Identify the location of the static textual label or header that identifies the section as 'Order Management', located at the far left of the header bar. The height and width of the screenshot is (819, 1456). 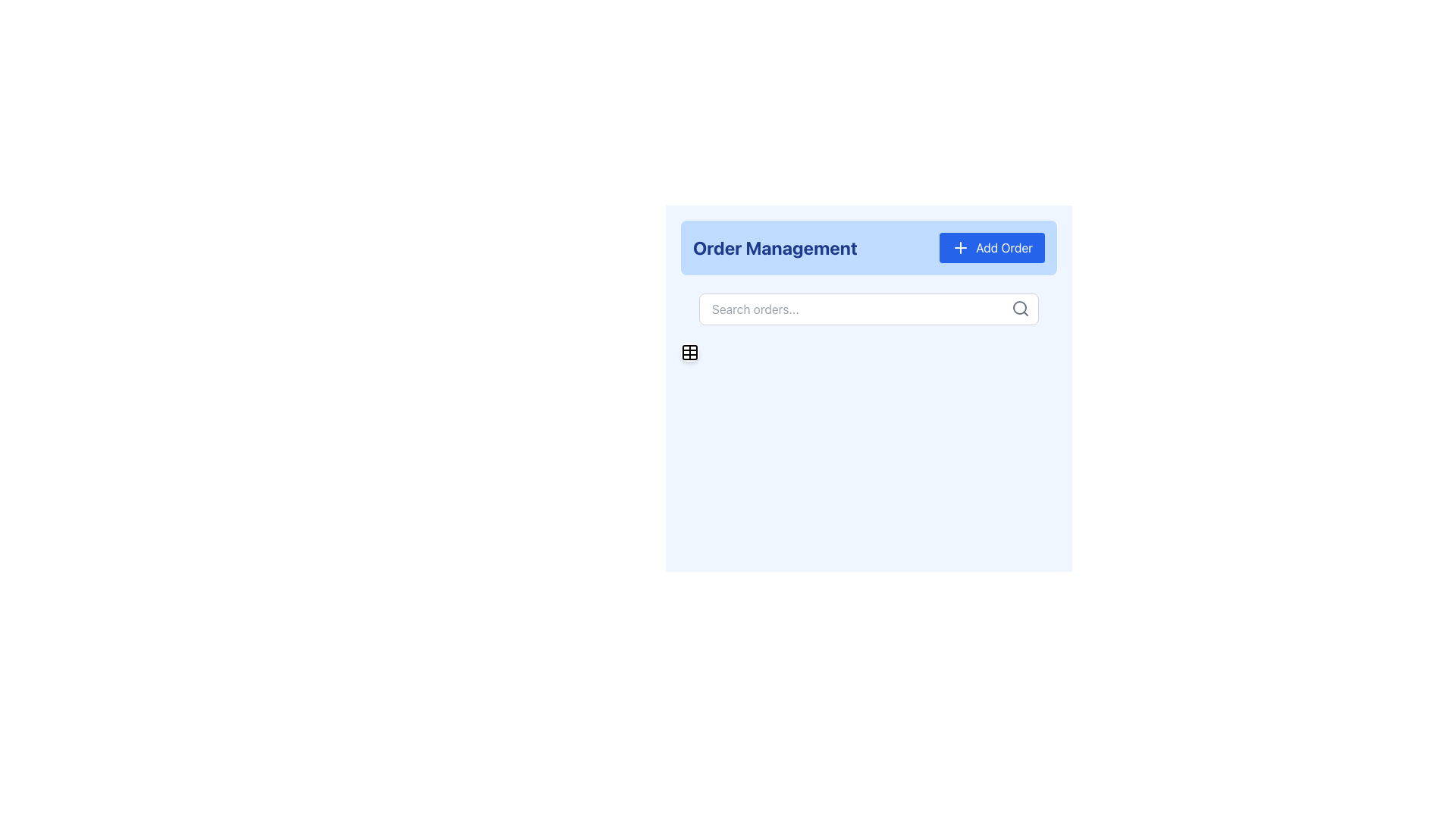
(775, 247).